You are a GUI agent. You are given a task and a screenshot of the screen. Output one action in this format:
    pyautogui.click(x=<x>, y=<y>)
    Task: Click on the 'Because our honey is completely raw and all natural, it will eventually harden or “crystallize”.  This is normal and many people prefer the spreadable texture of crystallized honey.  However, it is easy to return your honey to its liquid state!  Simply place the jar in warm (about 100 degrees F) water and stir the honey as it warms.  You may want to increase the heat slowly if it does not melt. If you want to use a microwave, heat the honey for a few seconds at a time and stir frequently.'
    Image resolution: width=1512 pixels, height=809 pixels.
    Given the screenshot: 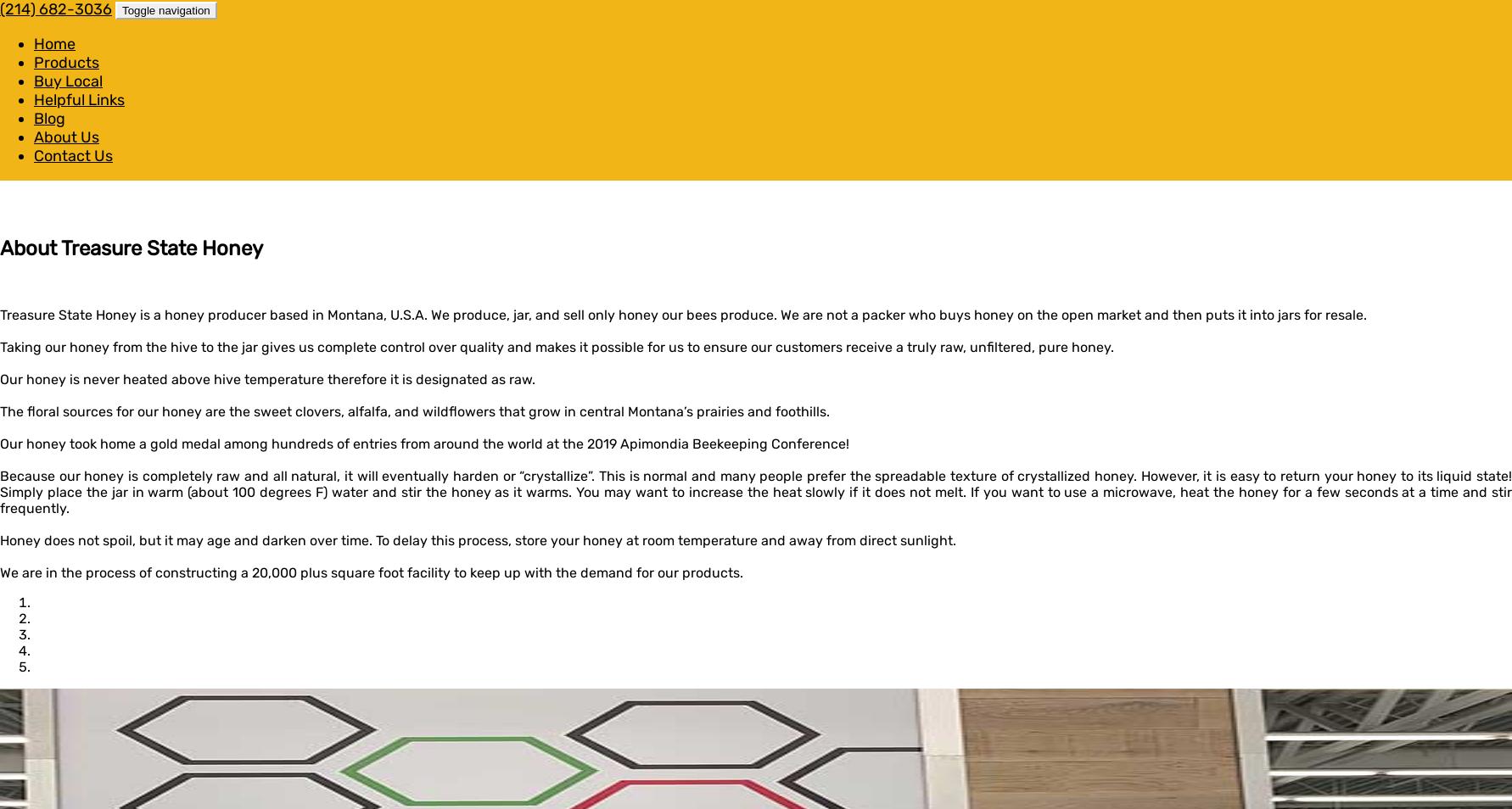 What is the action you would take?
    pyautogui.click(x=756, y=490)
    